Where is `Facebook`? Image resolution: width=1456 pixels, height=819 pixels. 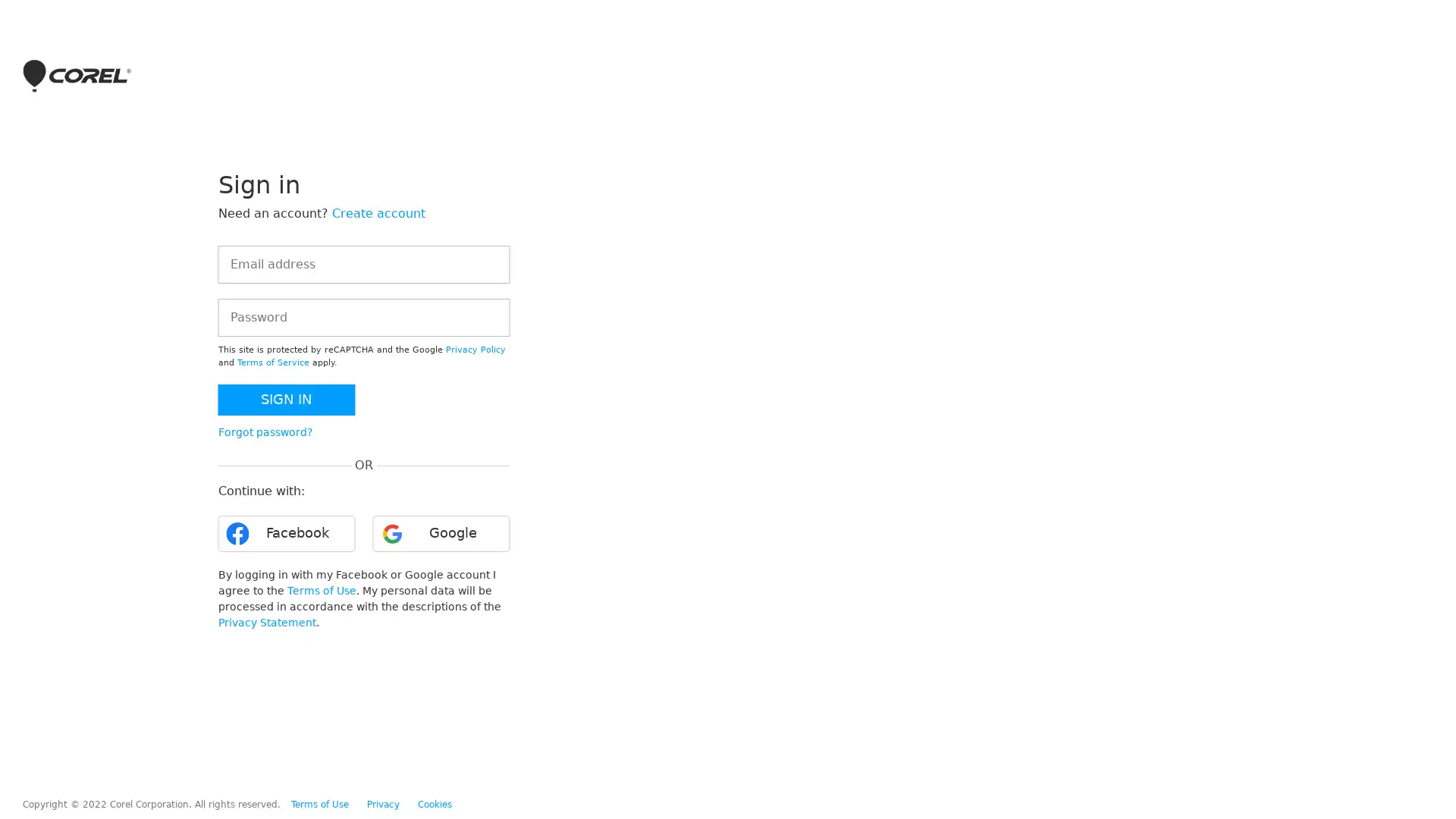 Facebook is located at coordinates (286, 533).